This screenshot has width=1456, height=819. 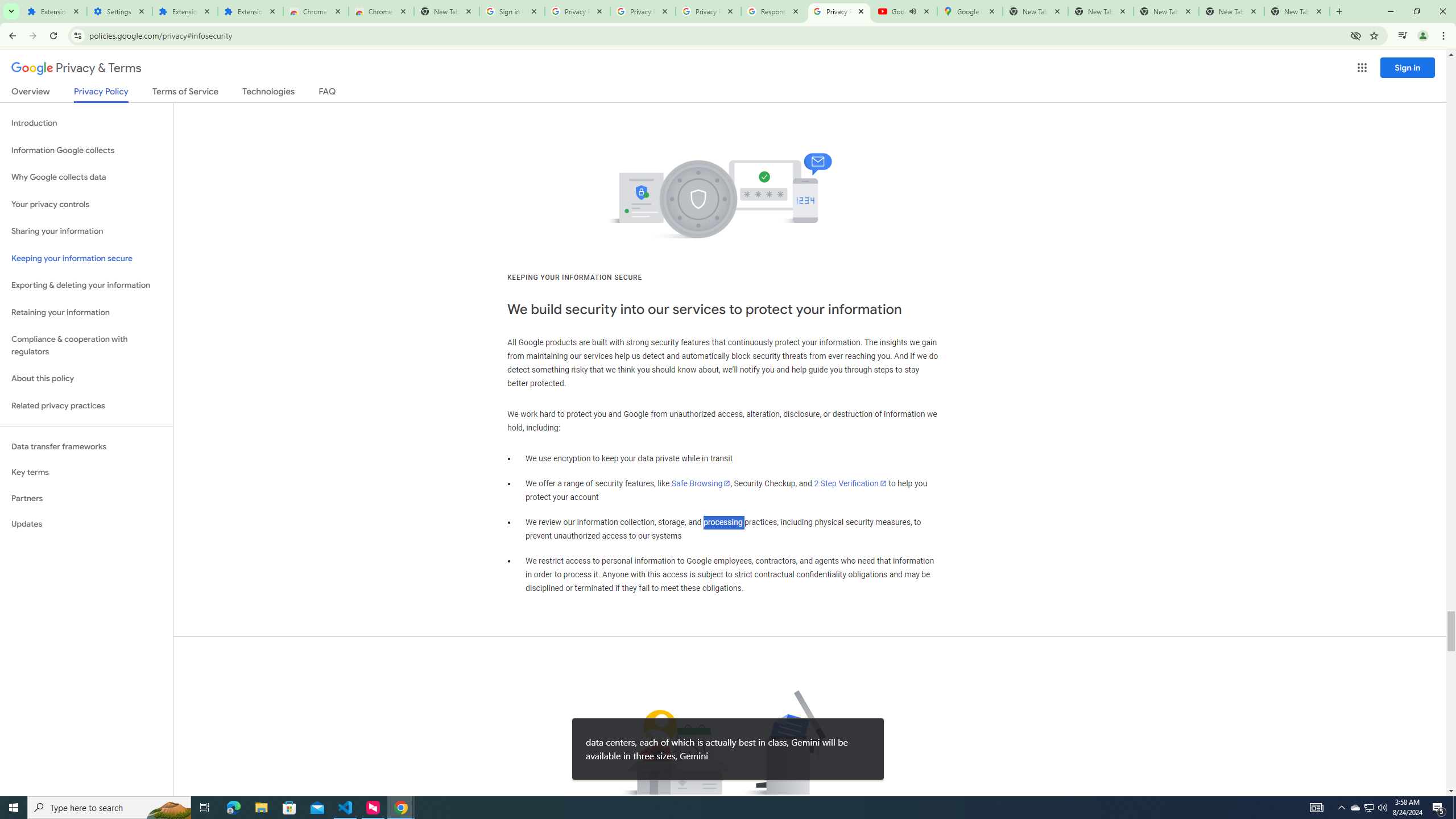 I want to click on 'Related privacy practices', so click(x=86, y=405).